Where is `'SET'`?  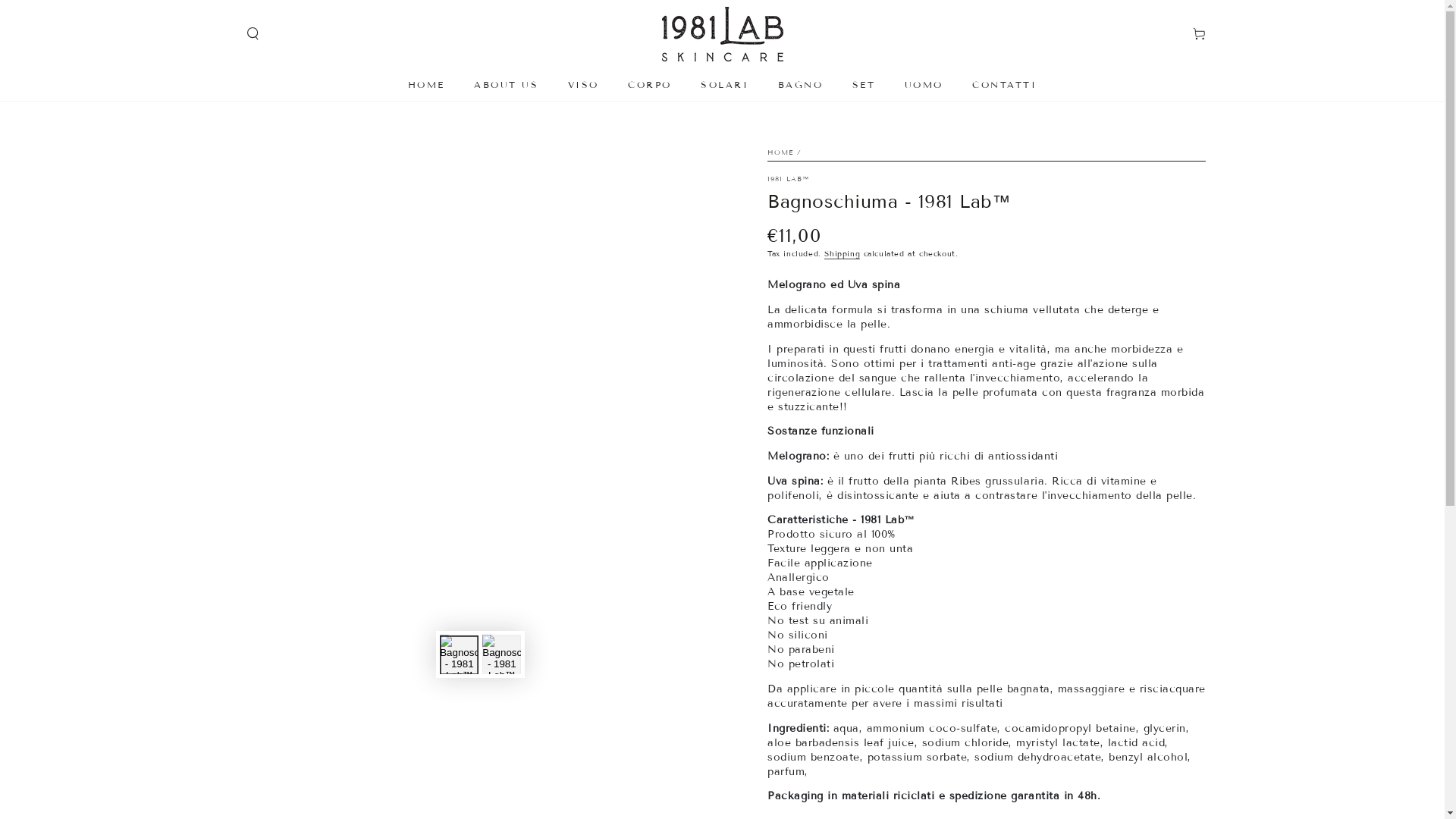
'SET' is located at coordinates (863, 84).